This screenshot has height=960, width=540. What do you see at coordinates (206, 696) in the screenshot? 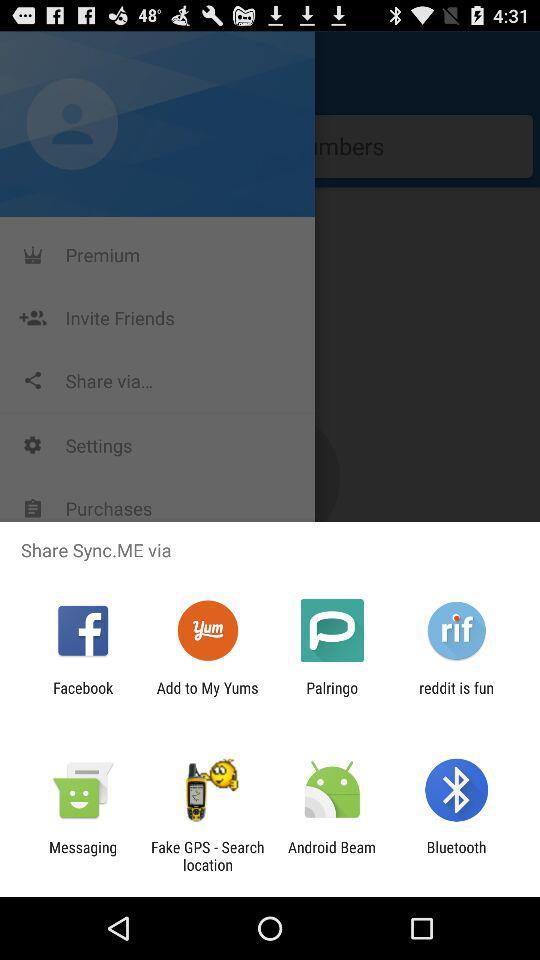
I see `the add to my icon` at bounding box center [206, 696].